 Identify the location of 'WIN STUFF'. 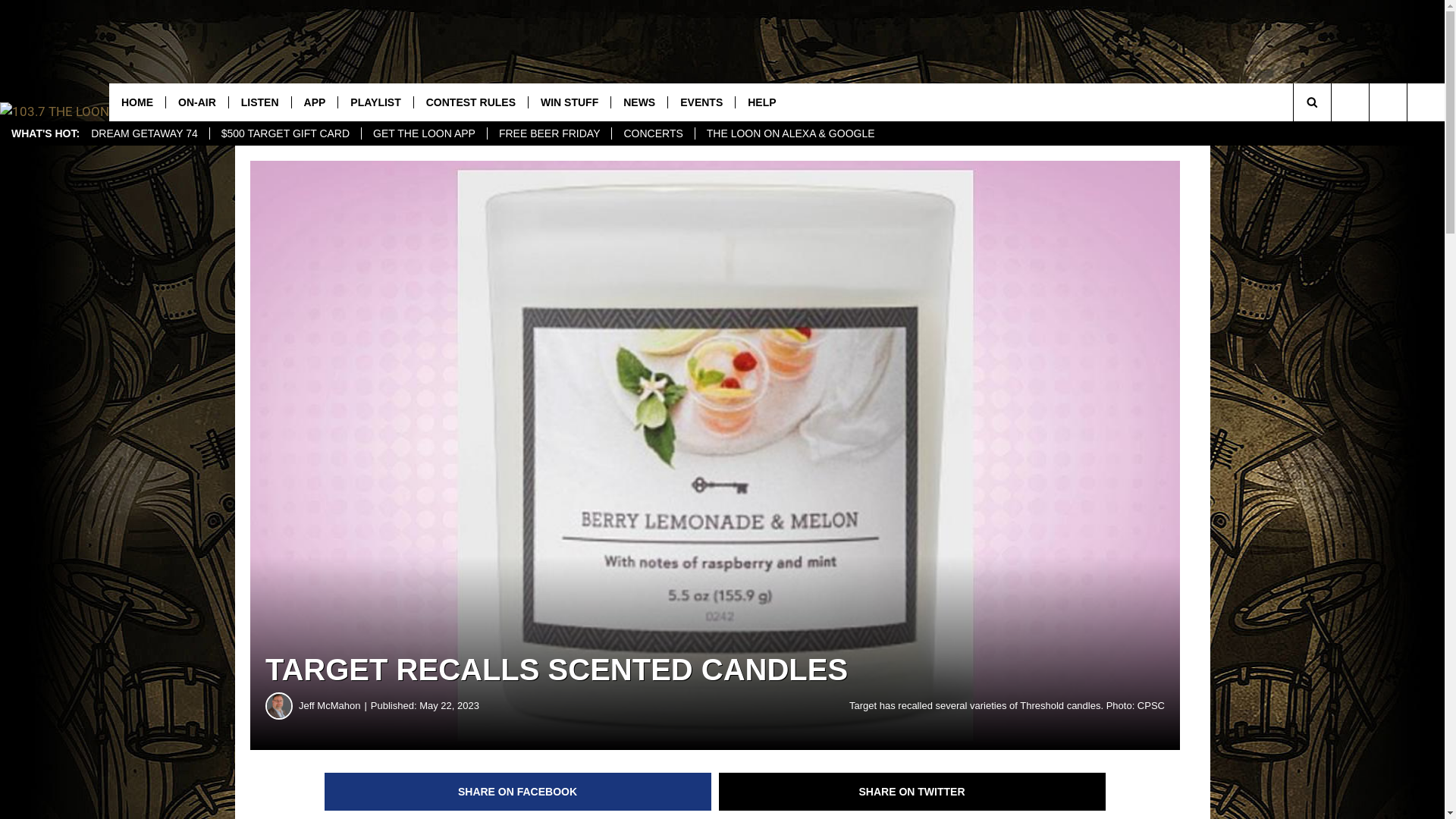
(568, 102).